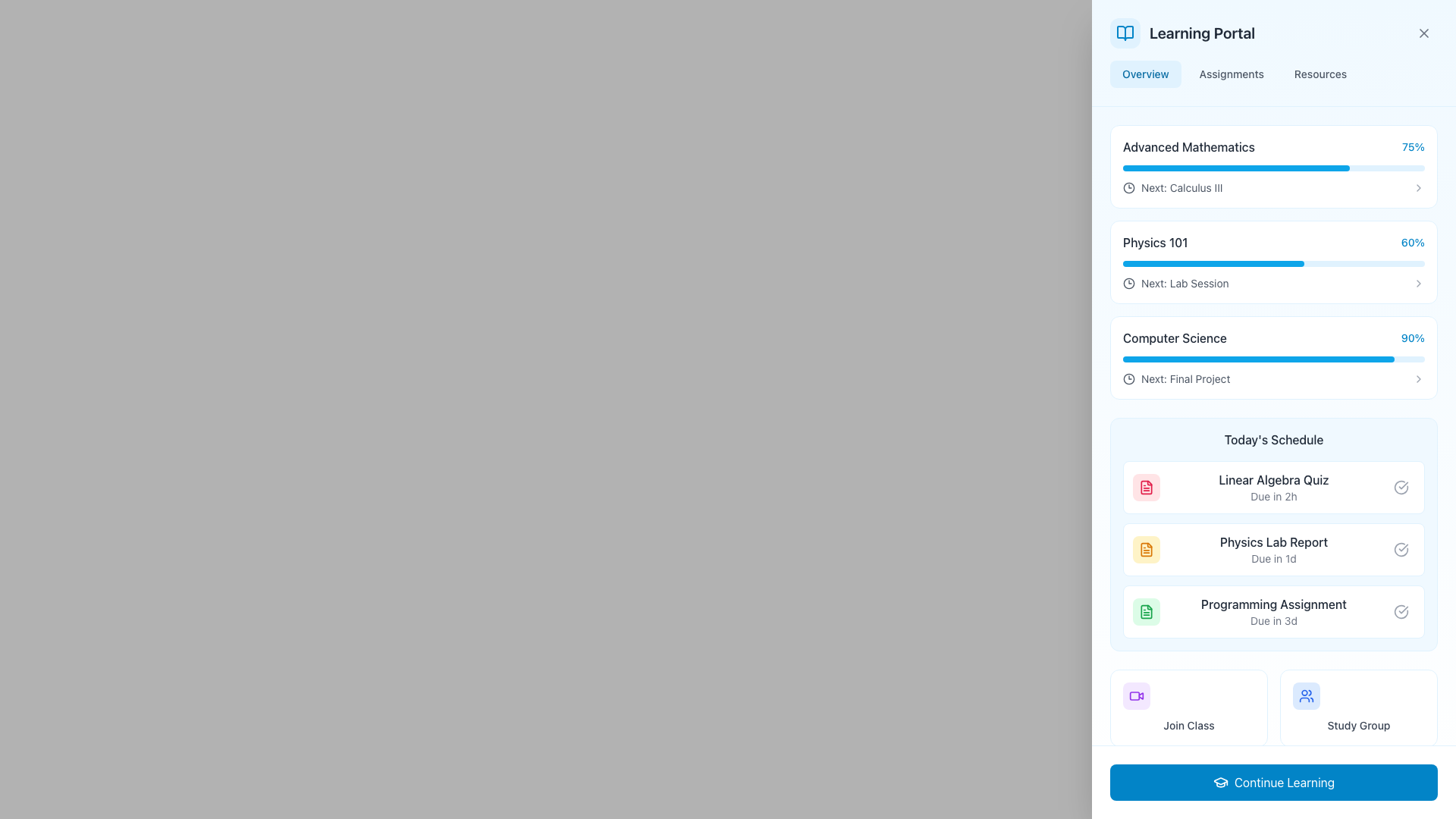 Image resolution: width=1456 pixels, height=819 pixels. I want to click on the status indicator button located, so click(1401, 550).